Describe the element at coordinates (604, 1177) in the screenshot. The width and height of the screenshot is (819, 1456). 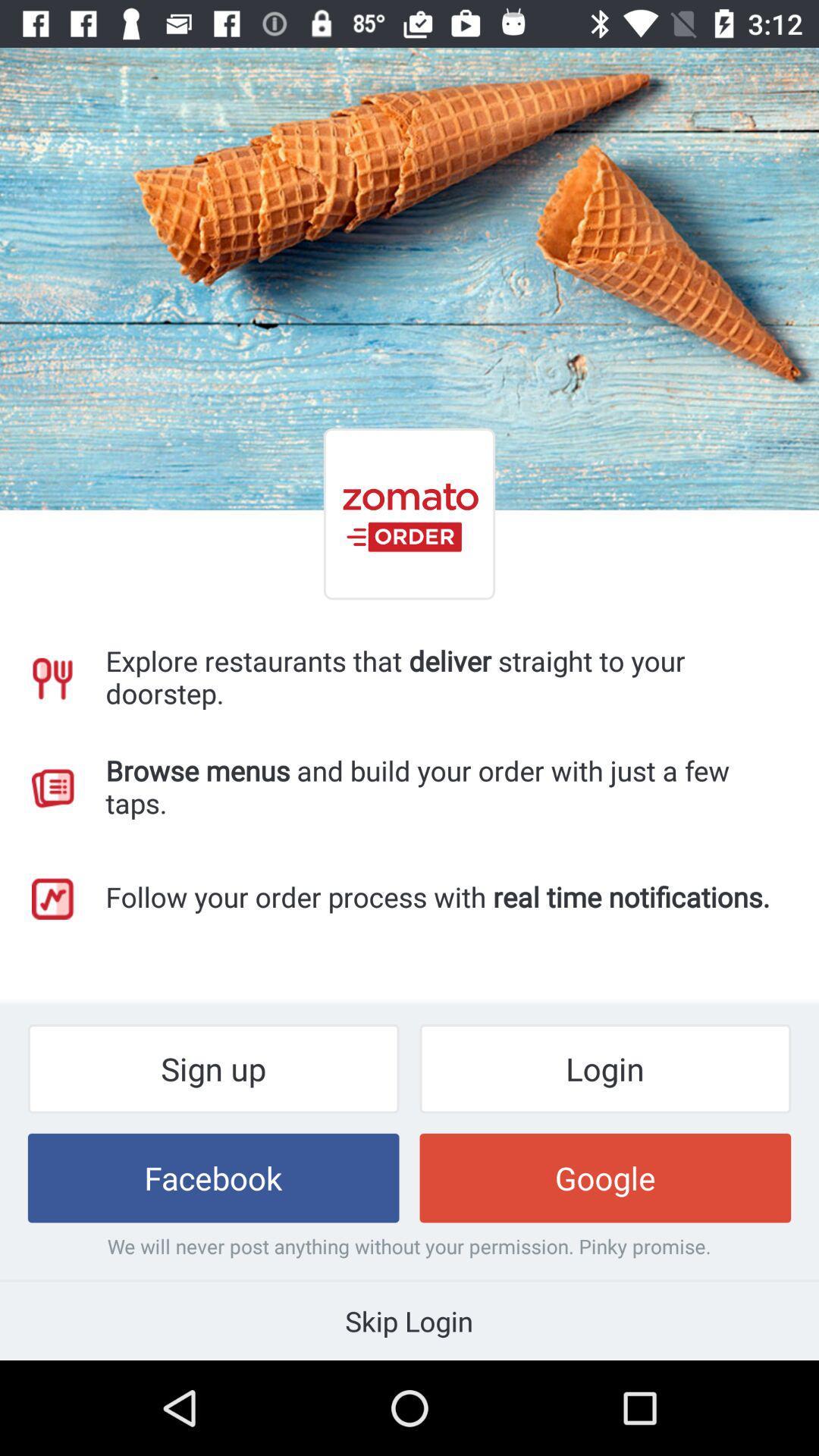
I see `the icon above we will never icon` at that location.